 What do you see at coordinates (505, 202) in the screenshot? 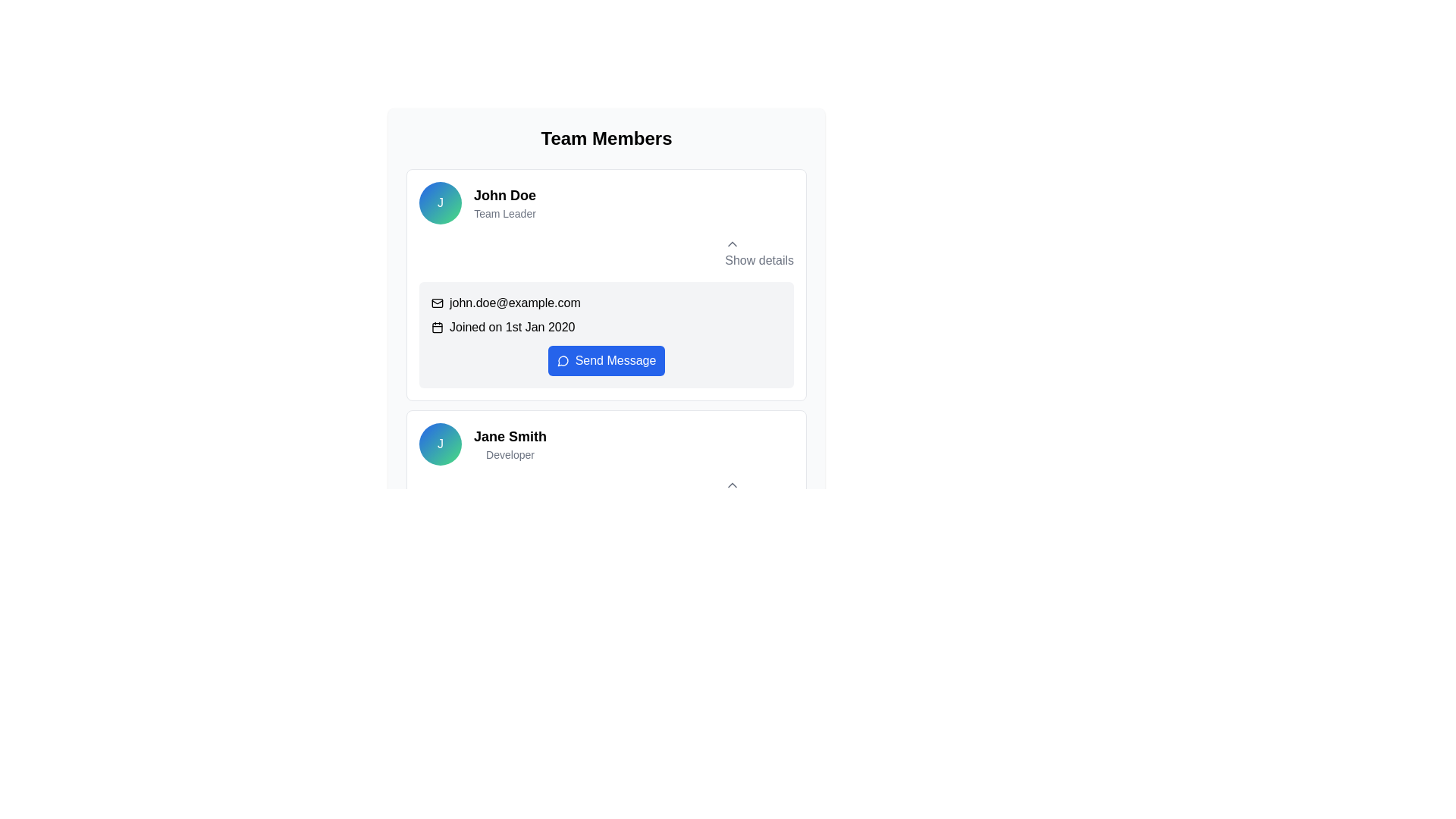
I see `the text element displaying the name and role ('Team Leader') of a team member located under the 'Team Members' section` at bounding box center [505, 202].